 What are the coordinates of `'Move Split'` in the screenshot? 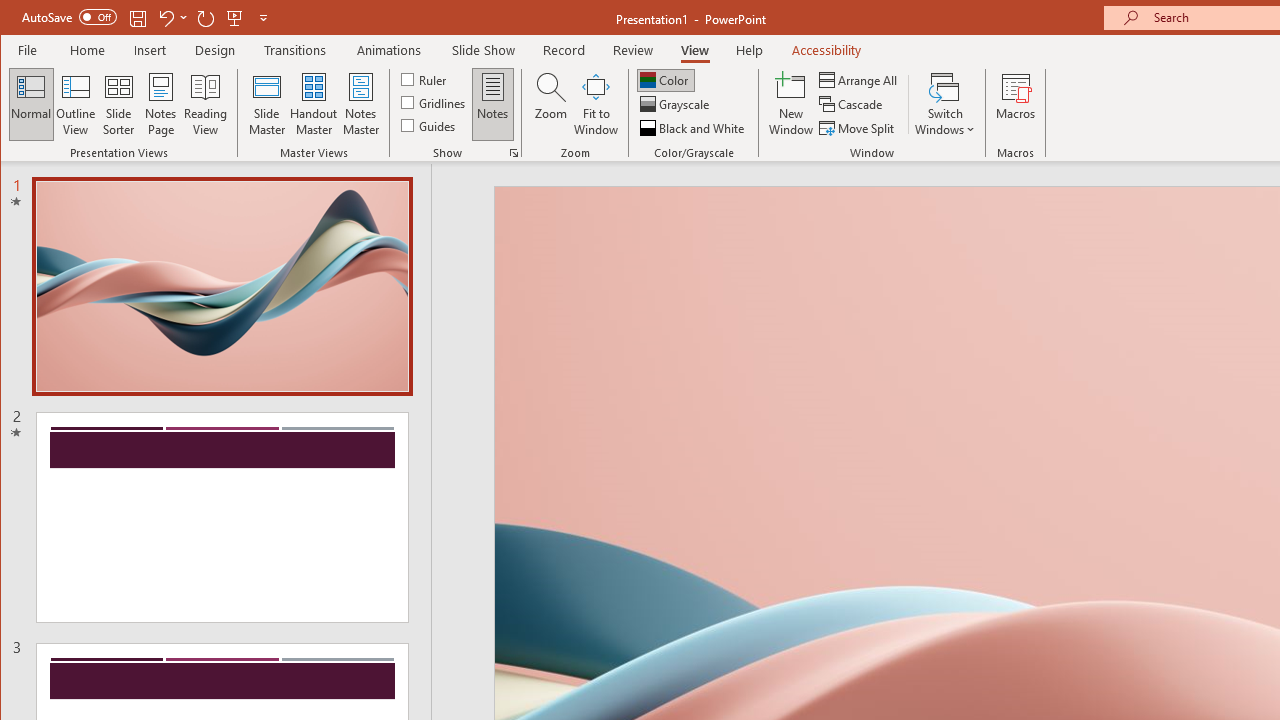 It's located at (858, 128).